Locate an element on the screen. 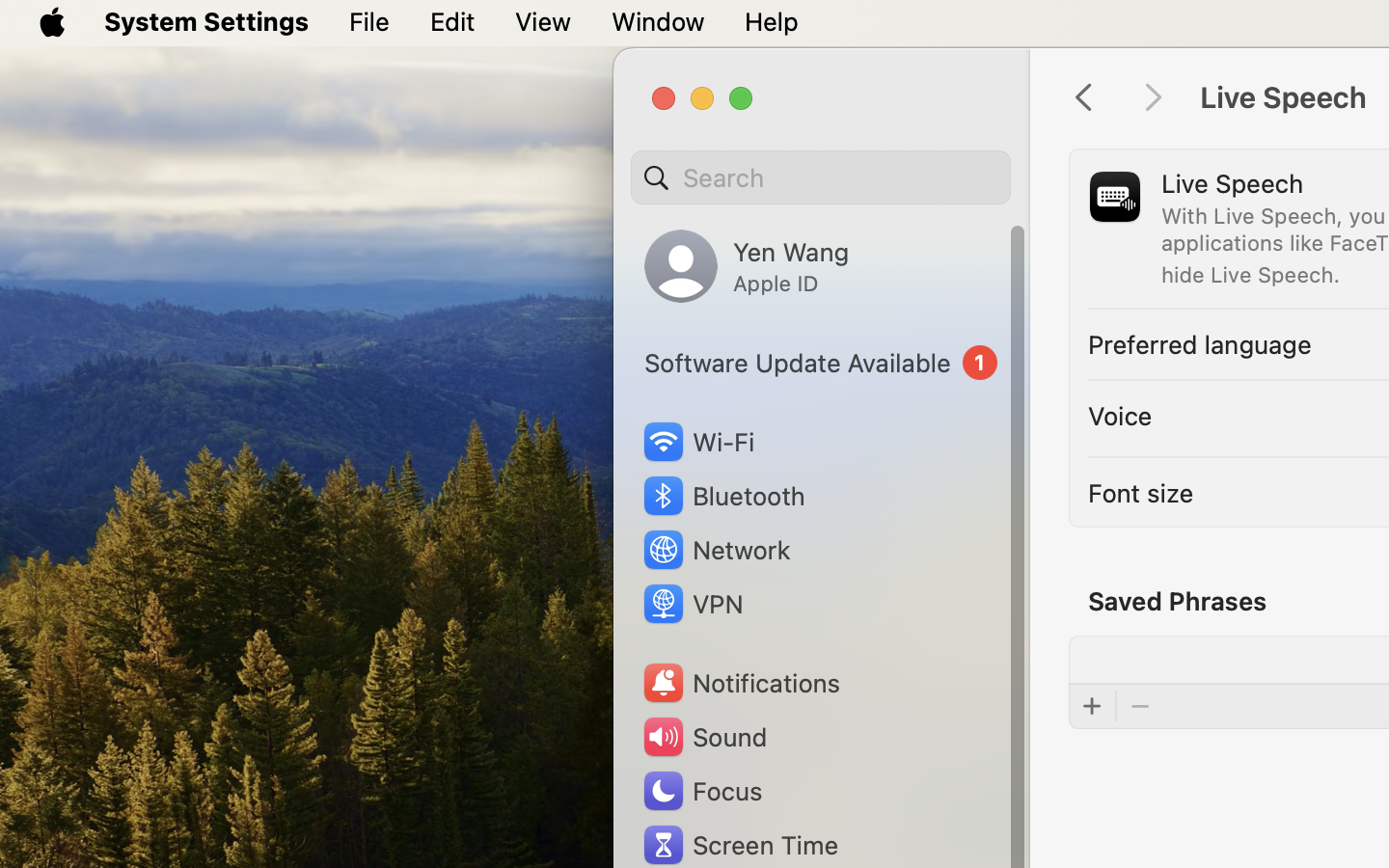  'Network' is located at coordinates (715, 549).